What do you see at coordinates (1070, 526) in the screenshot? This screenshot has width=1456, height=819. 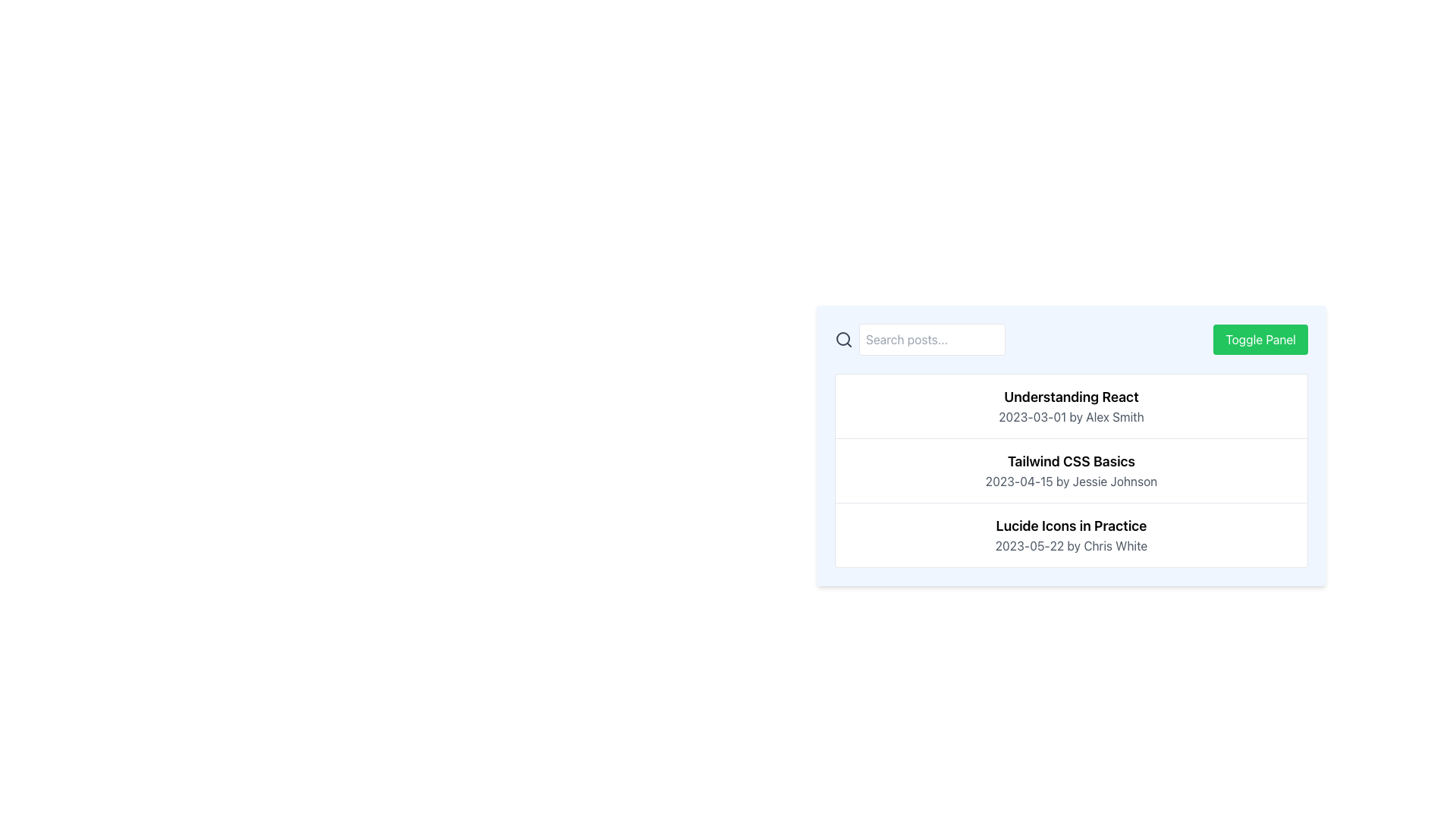 I see `the bold text heading 'Lucide Icons in Practice'` at bounding box center [1070, 526].